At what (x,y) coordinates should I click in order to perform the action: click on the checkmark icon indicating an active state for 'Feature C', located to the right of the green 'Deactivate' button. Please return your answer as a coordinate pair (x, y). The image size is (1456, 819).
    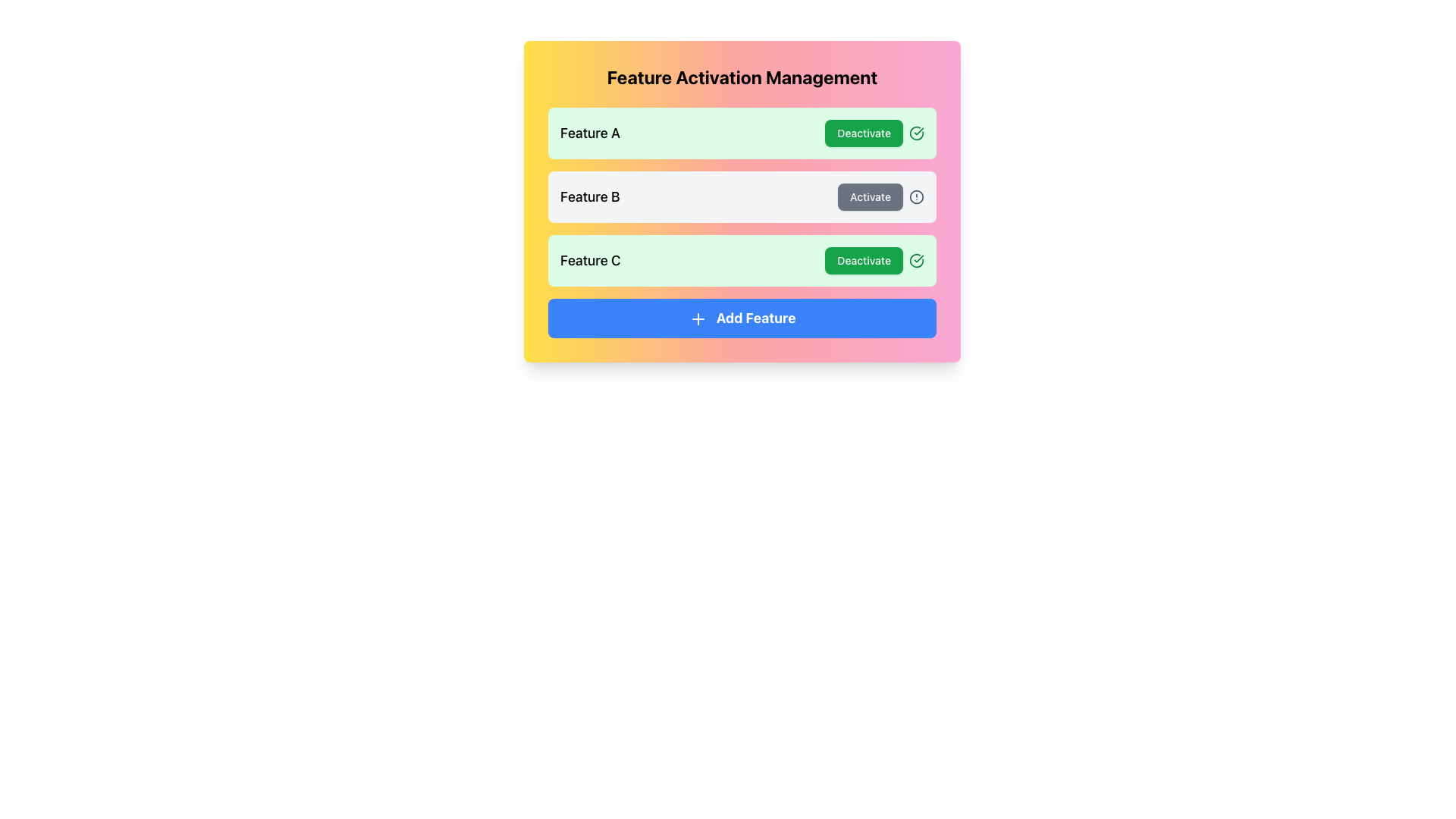
    Looking at the image, I should click on (916, 133).